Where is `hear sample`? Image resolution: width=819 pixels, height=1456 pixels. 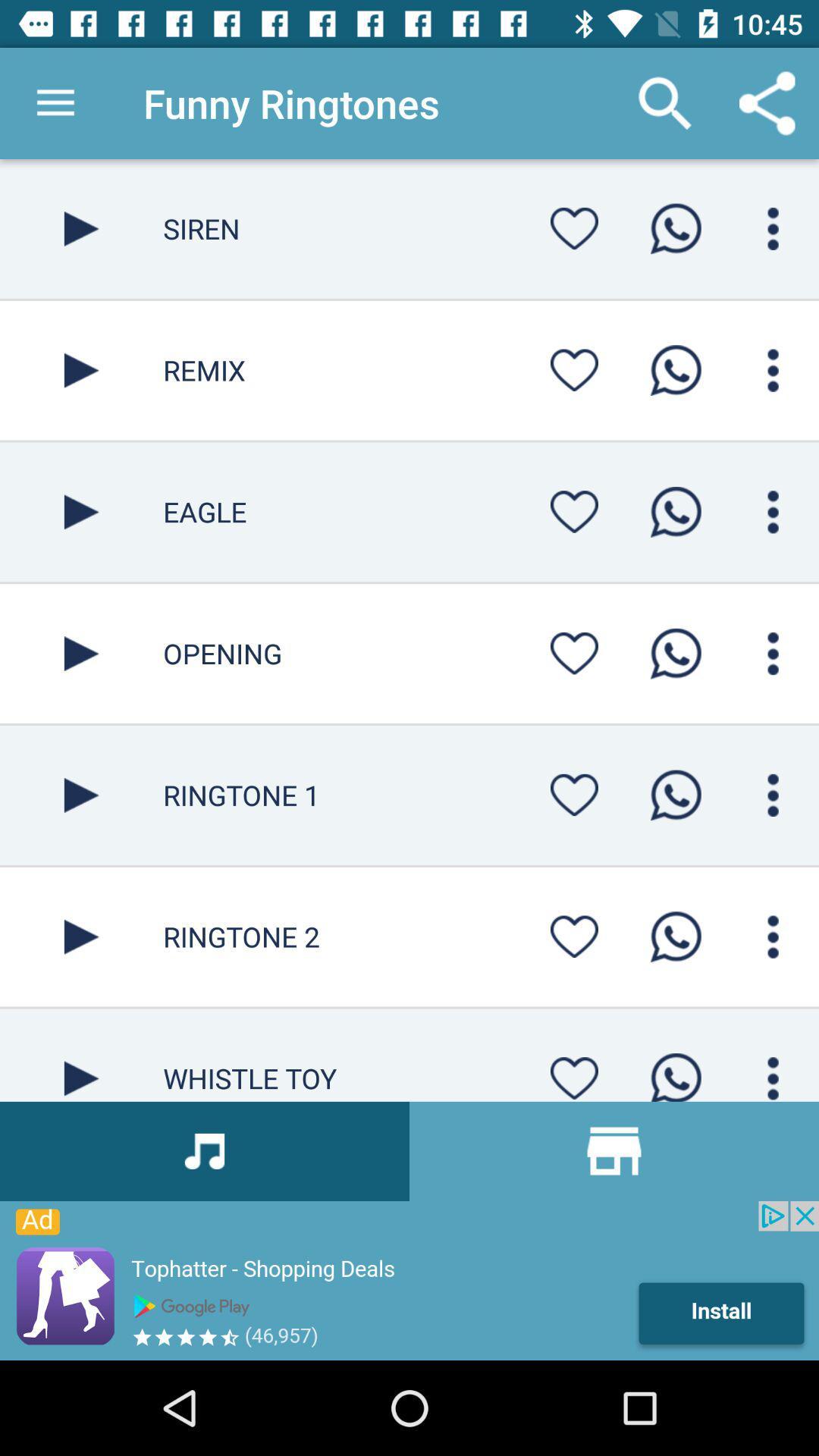
hear sample is located at coordinates (81, 370).